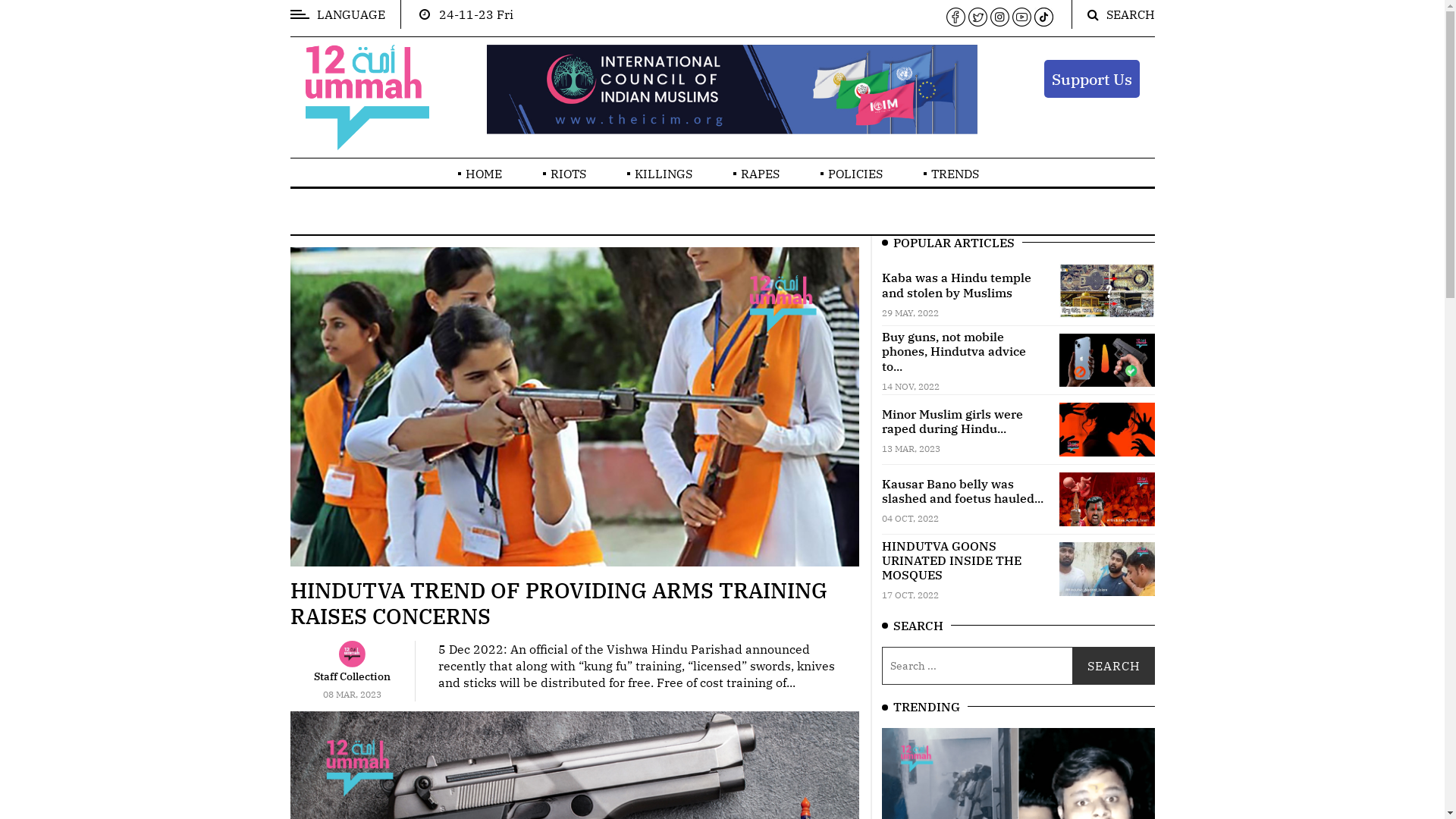 The width and height of the screenshot is (1456, 819). What do you see at coordinates (855, 172) in the screenshot?
I see `'POLICIES'` at bounding box center [855, 172].